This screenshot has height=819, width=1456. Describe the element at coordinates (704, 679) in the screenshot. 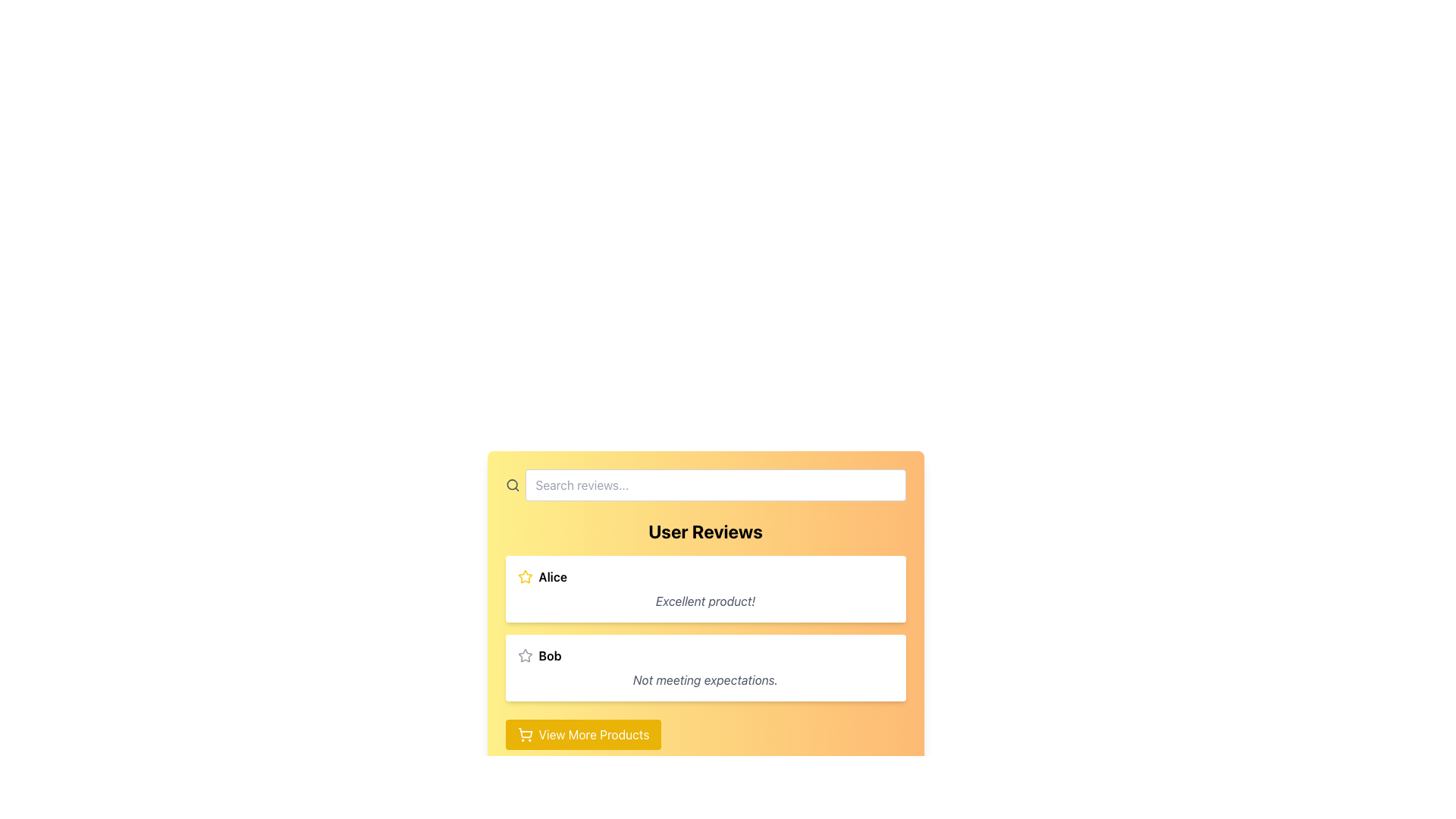

I see `the italicized text element that reads 'Not meeting expectations.' located below the reviewer 'Bob' in the second user review card under 'User Reviews.'` at that location.